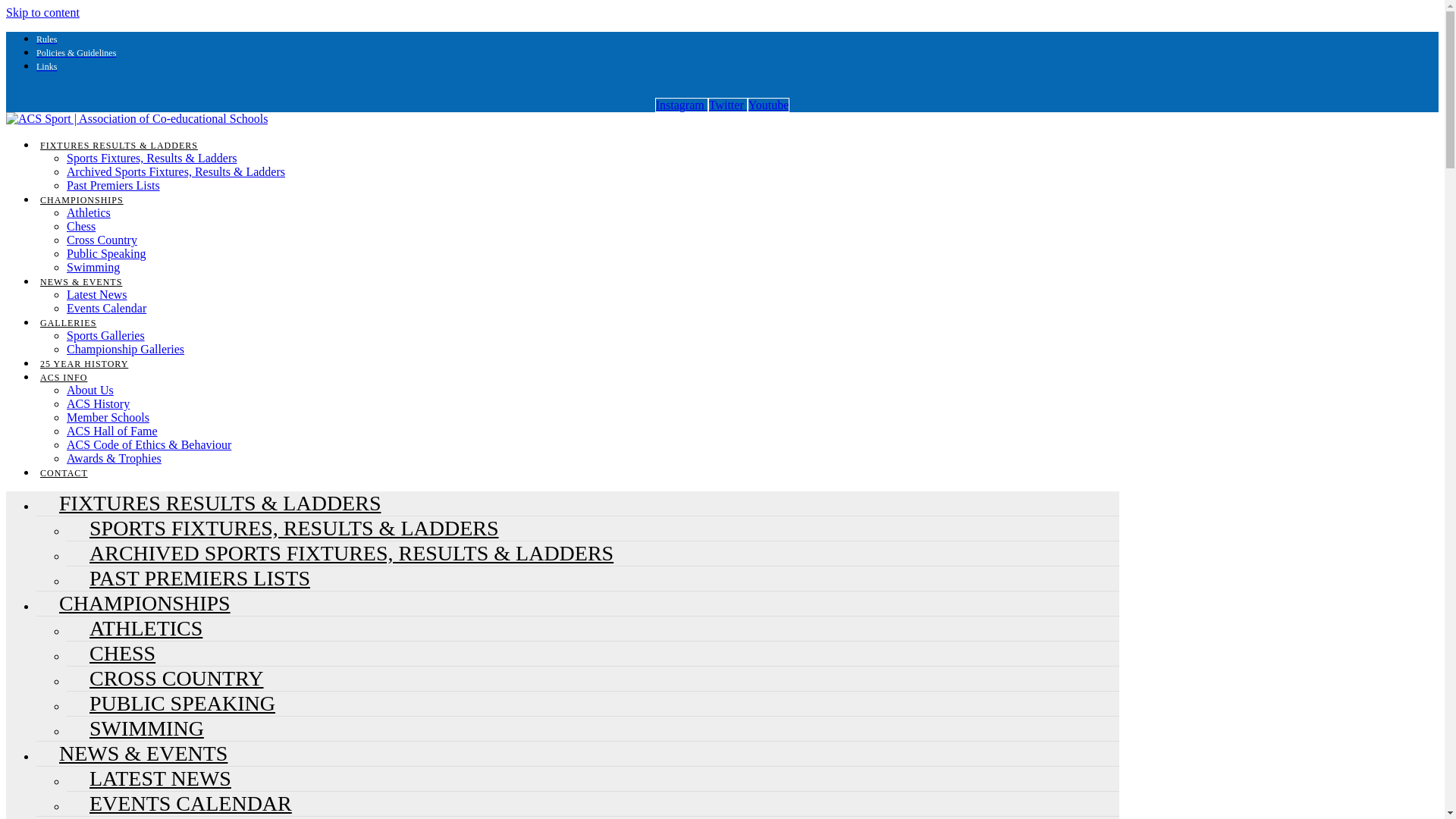 The width and height of the screenshot is (1456, 819). What do you see at coordinates (65, 307) in the screenshot?
I see `'Events Calendar'` at bounding box center [65, 307].